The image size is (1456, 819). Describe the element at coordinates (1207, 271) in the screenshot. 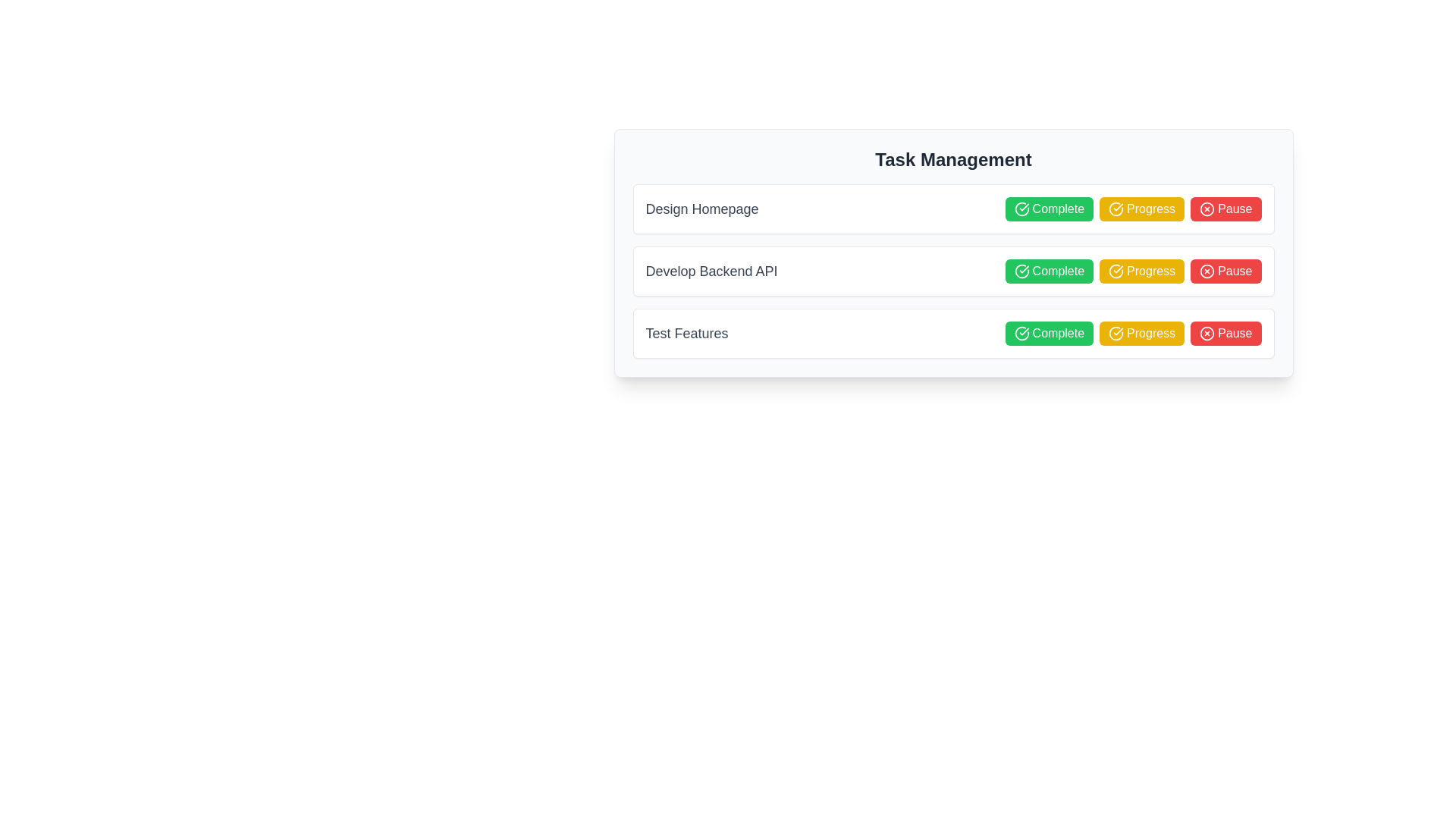

I see `the red X-shaped button` at that location.